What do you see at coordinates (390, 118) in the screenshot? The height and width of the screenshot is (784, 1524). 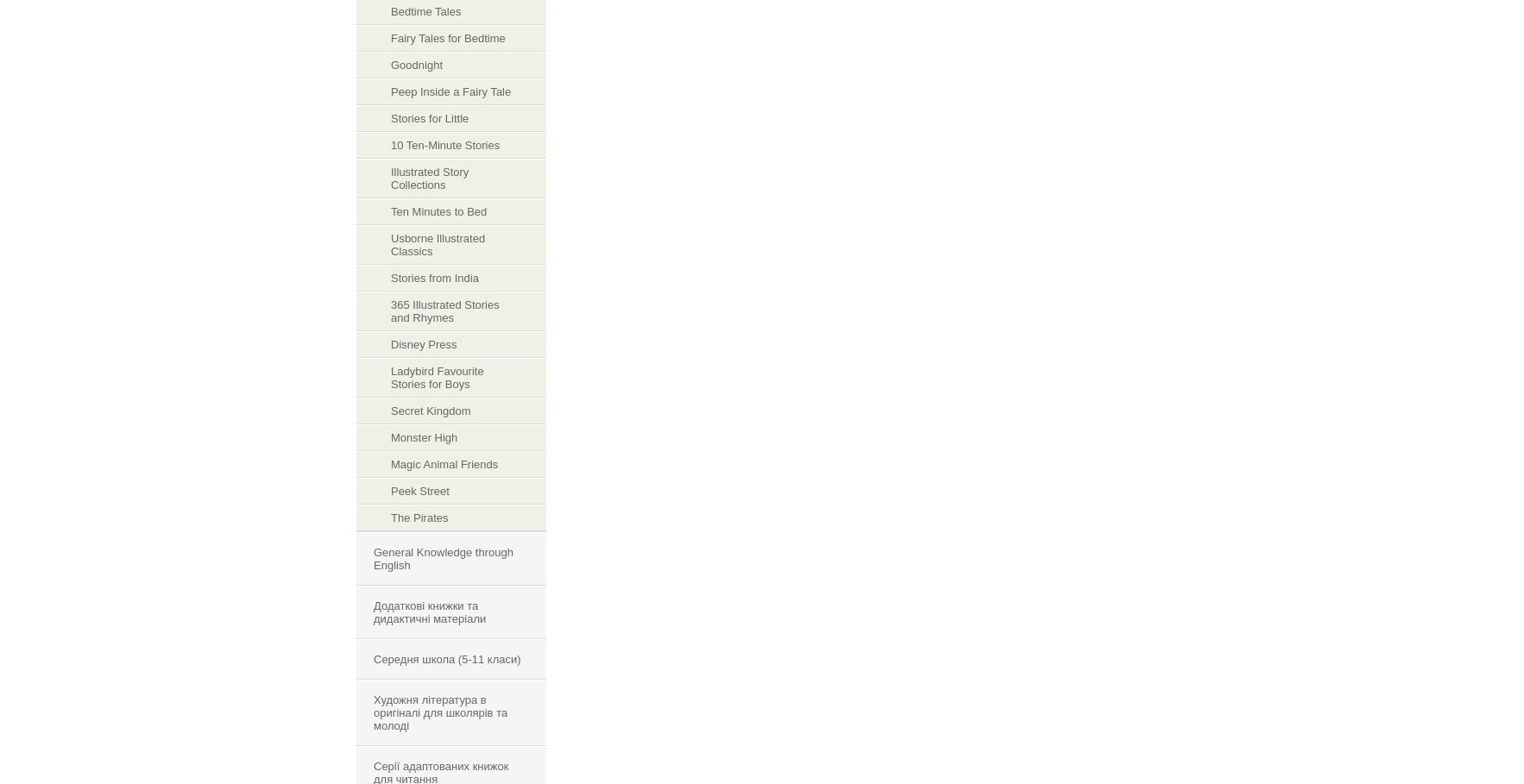 I see `'Stories for Little'` at bounding box center [390, 118].